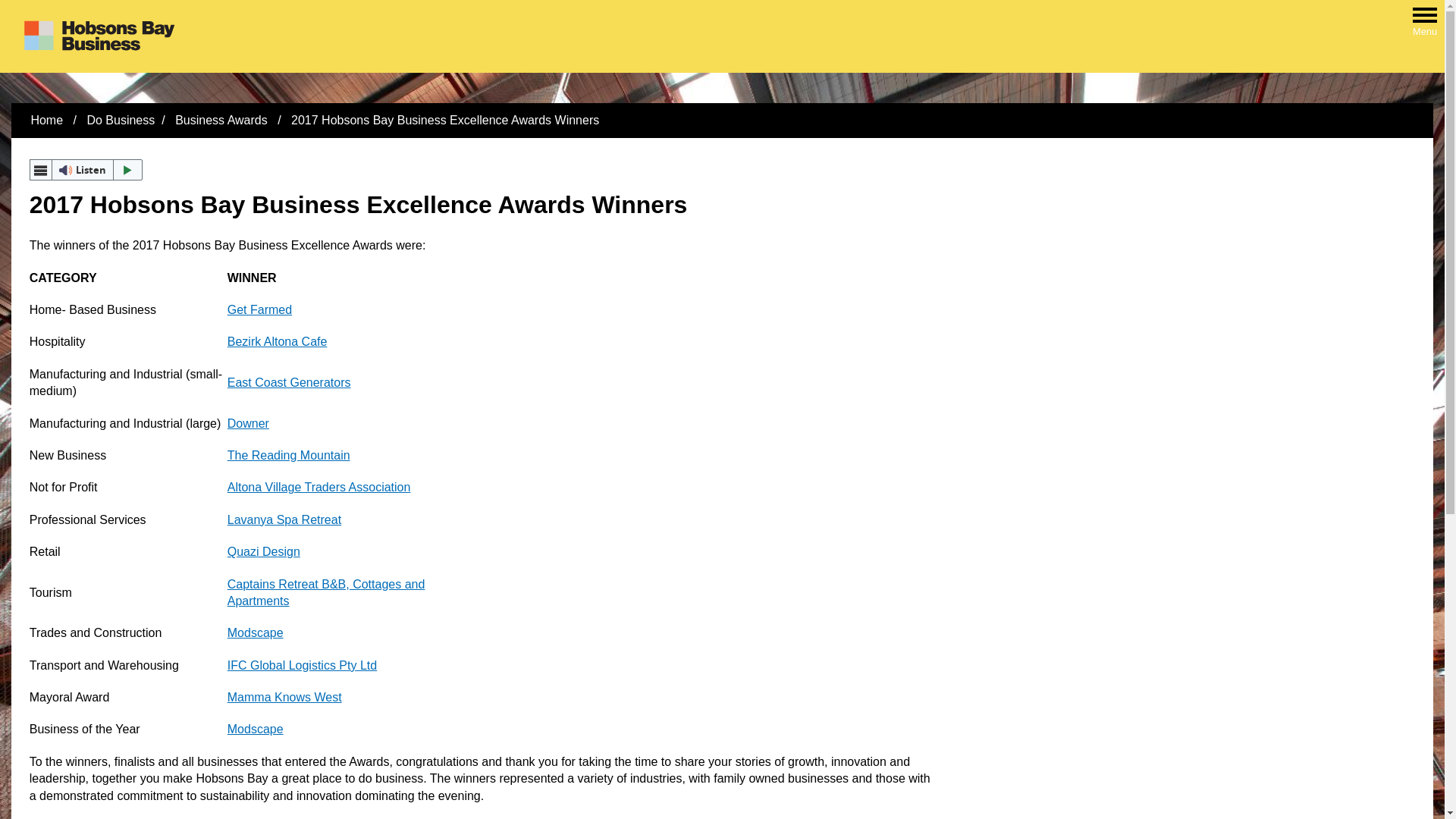 The image size is (1456, 819). I want to click on 'Lavanya Spa Retreat', so click(284, 519).